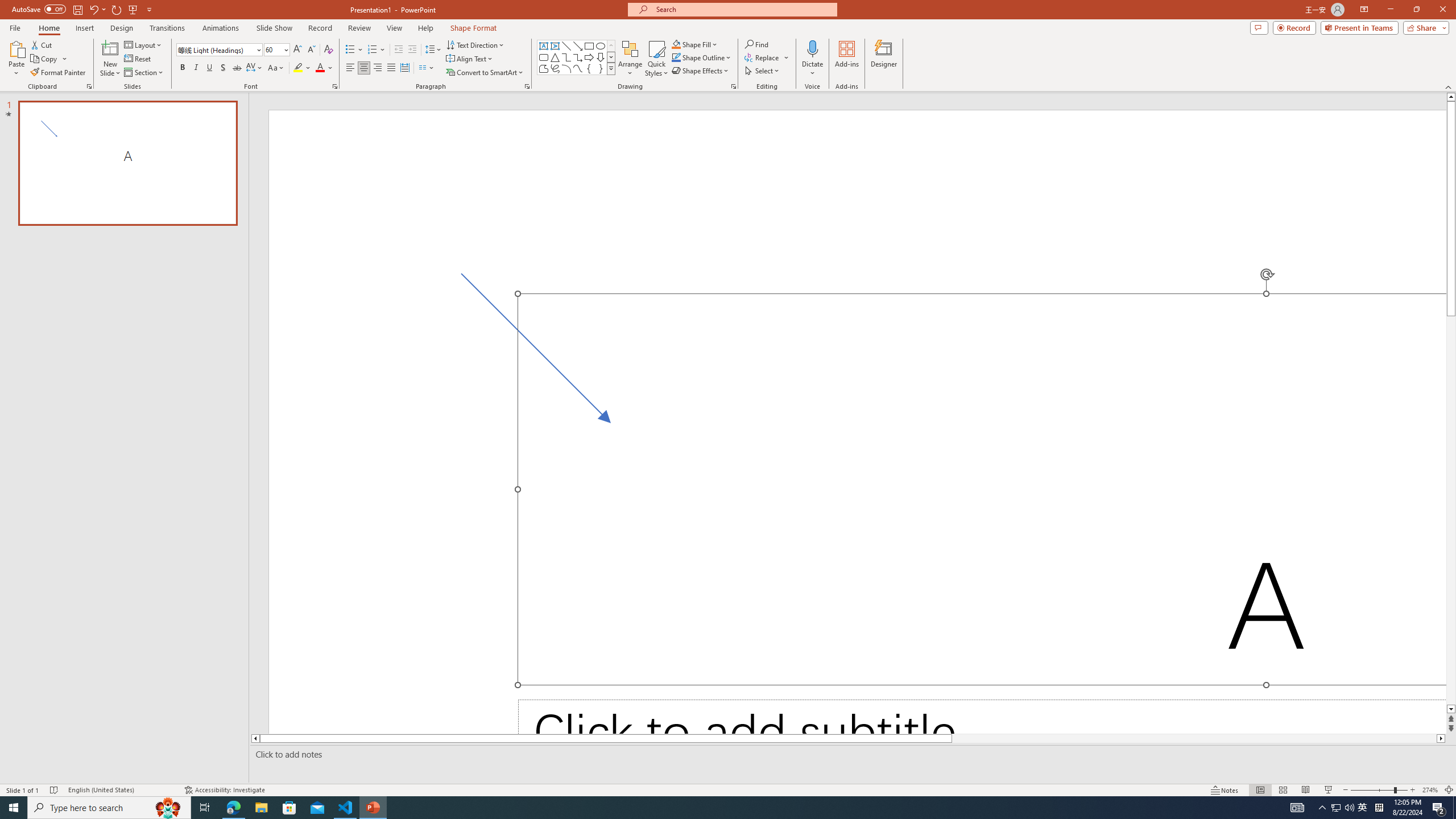 The width and height of the screenshot is (1456, 819). What do you see at coordinates (981, 489) in the screenshot?
I see `'Title TextBox'` at bounding box center [981, 489].